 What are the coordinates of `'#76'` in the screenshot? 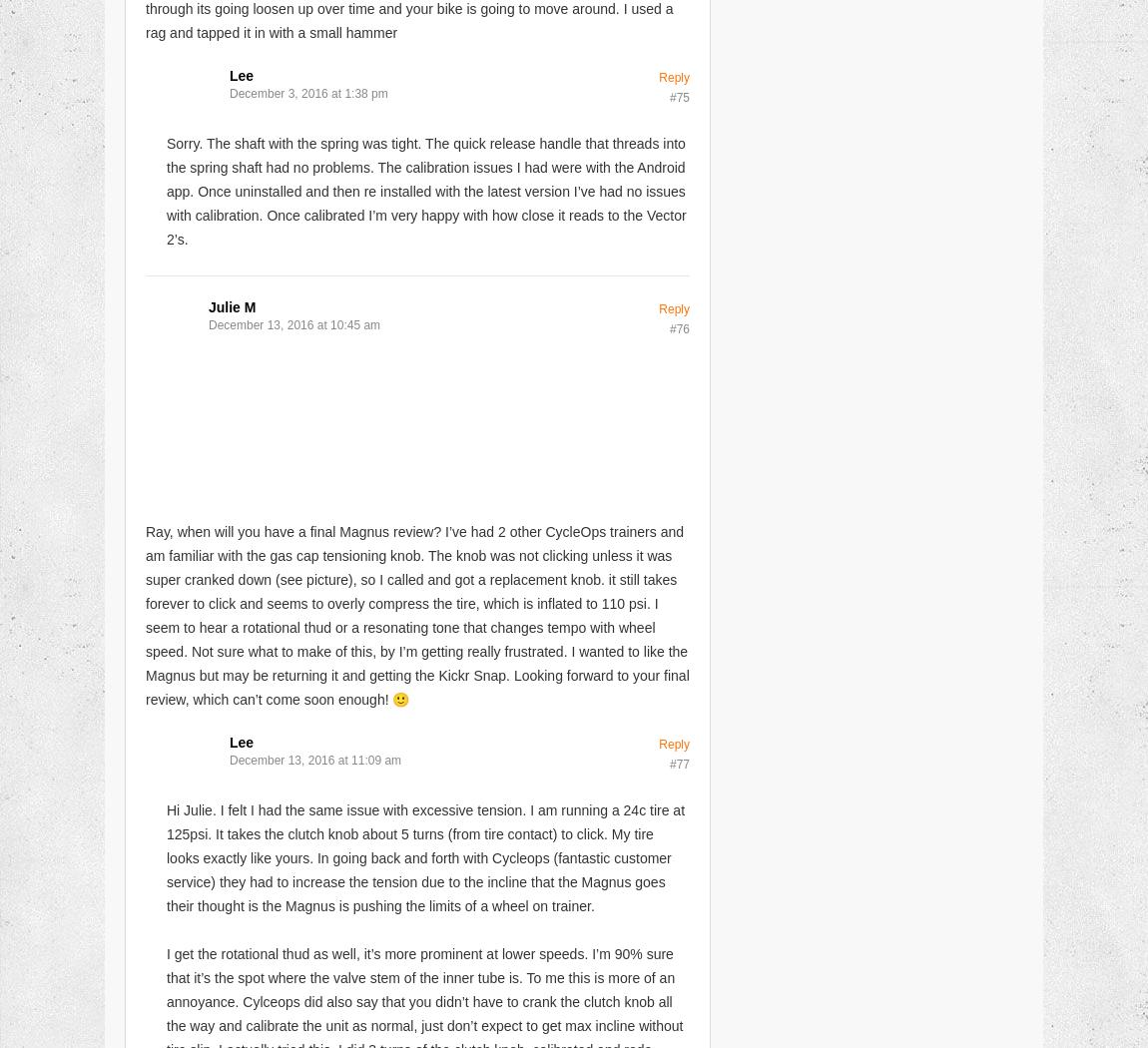 It's located at (678, 327).